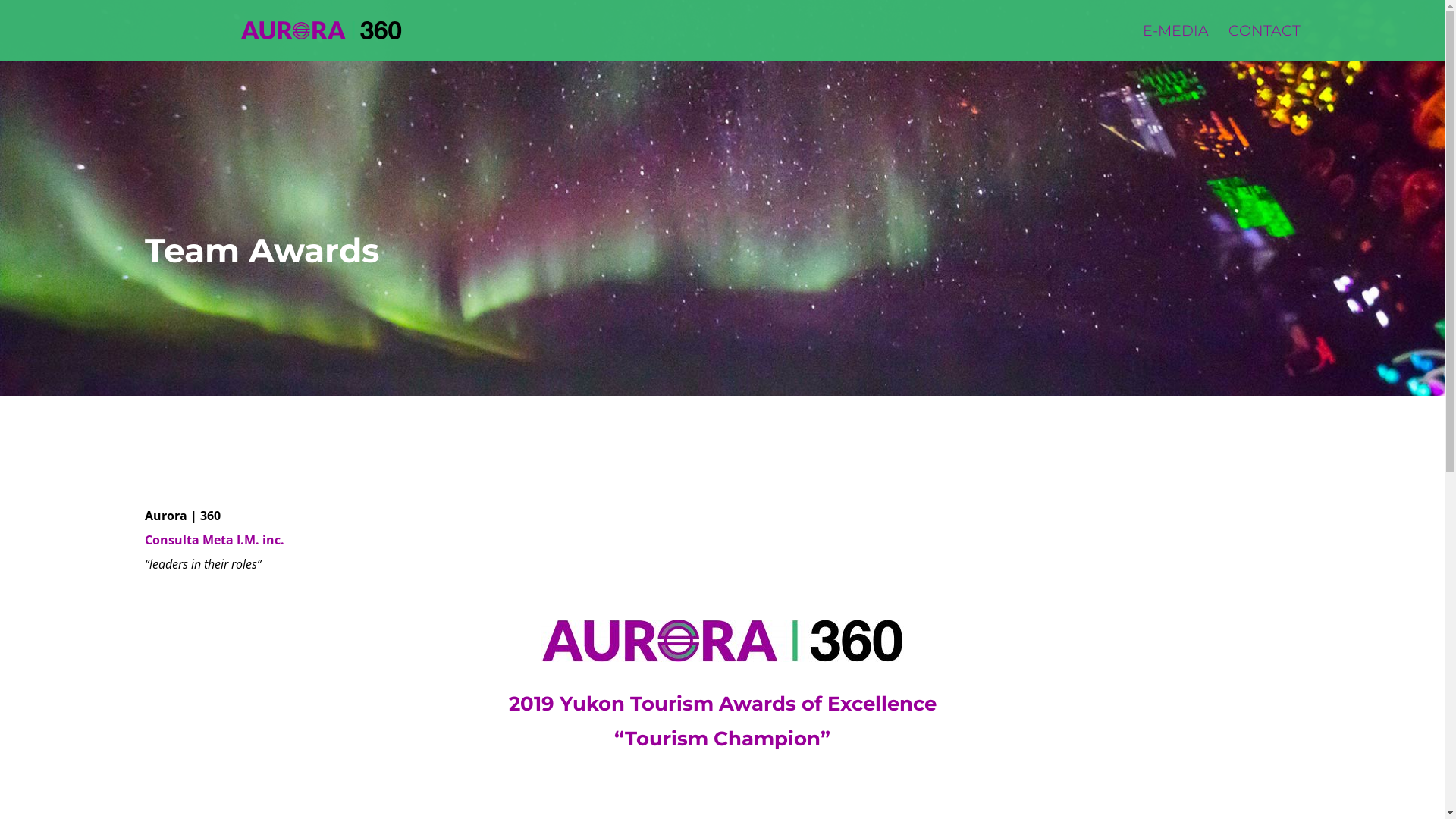  Describe the element at coordinates (1142, 42) in the screenshot. I see `'E-MEDIA'` at that location.